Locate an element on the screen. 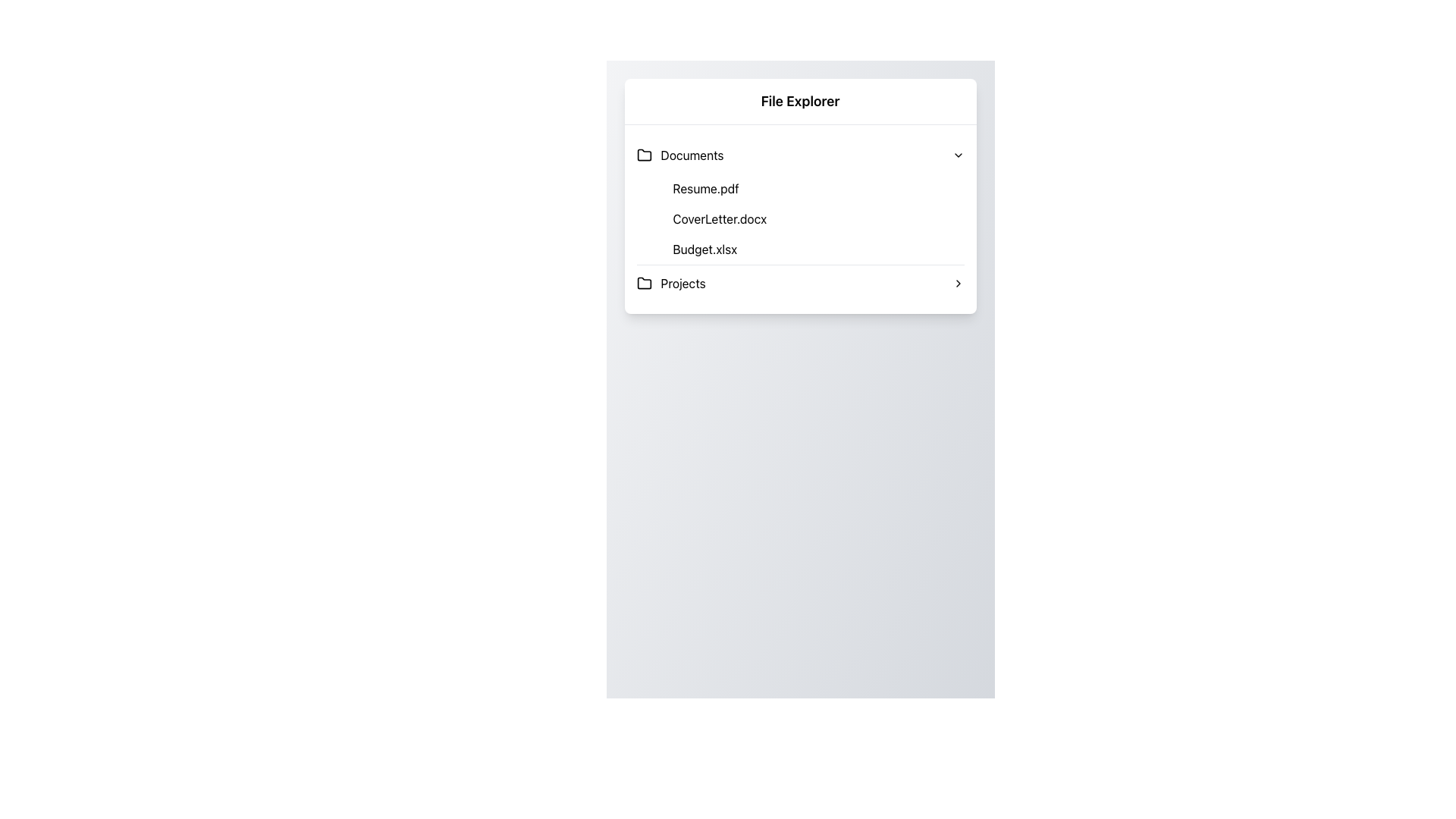 This screenshot has height=819, width=1456. the 'Resume.pdf' file entry in the Documents section is located at coordinates (811, 188).